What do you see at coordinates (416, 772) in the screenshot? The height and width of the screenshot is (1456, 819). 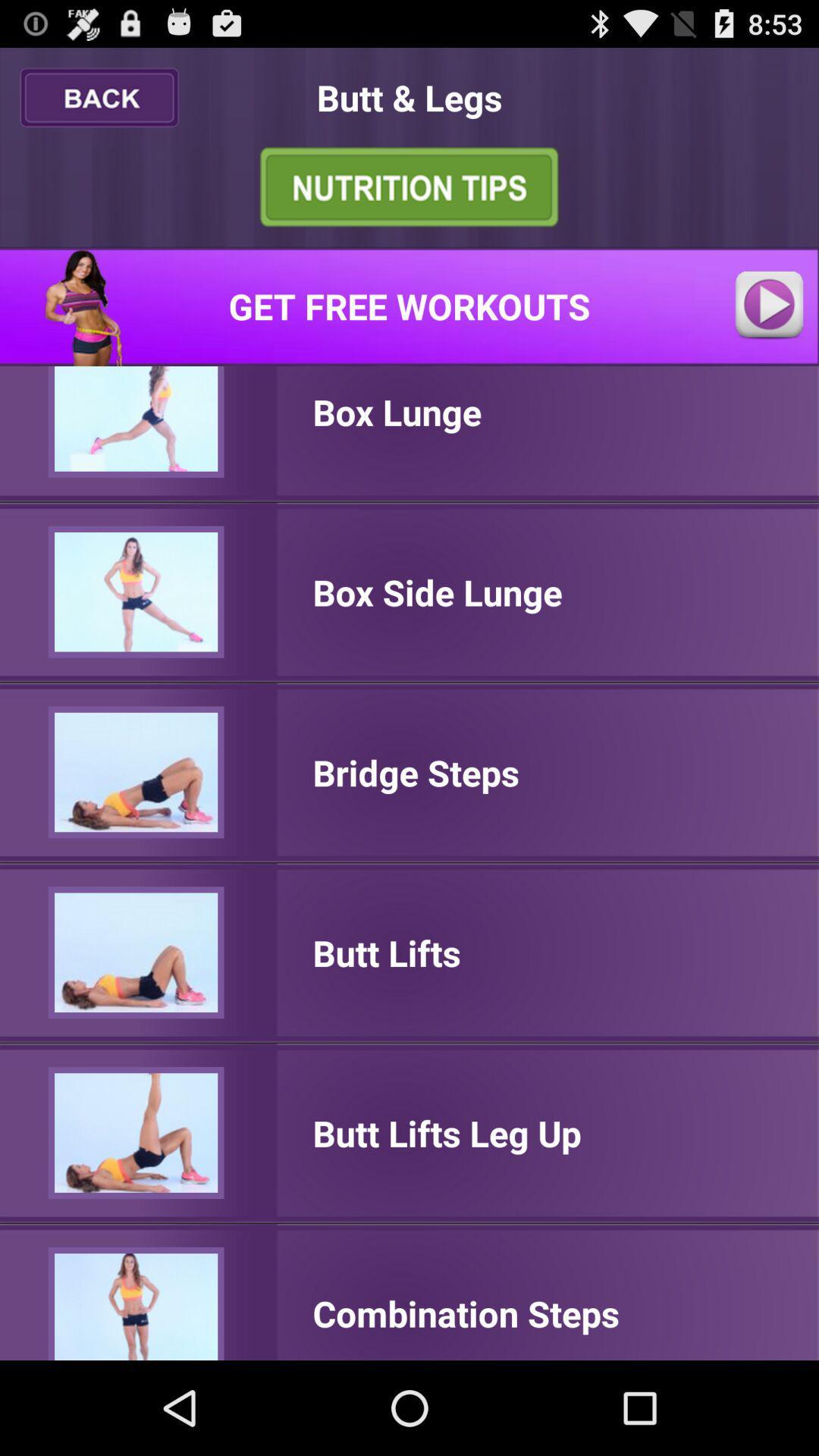 I see `the bridge steps` at bounding box center [416, 772].